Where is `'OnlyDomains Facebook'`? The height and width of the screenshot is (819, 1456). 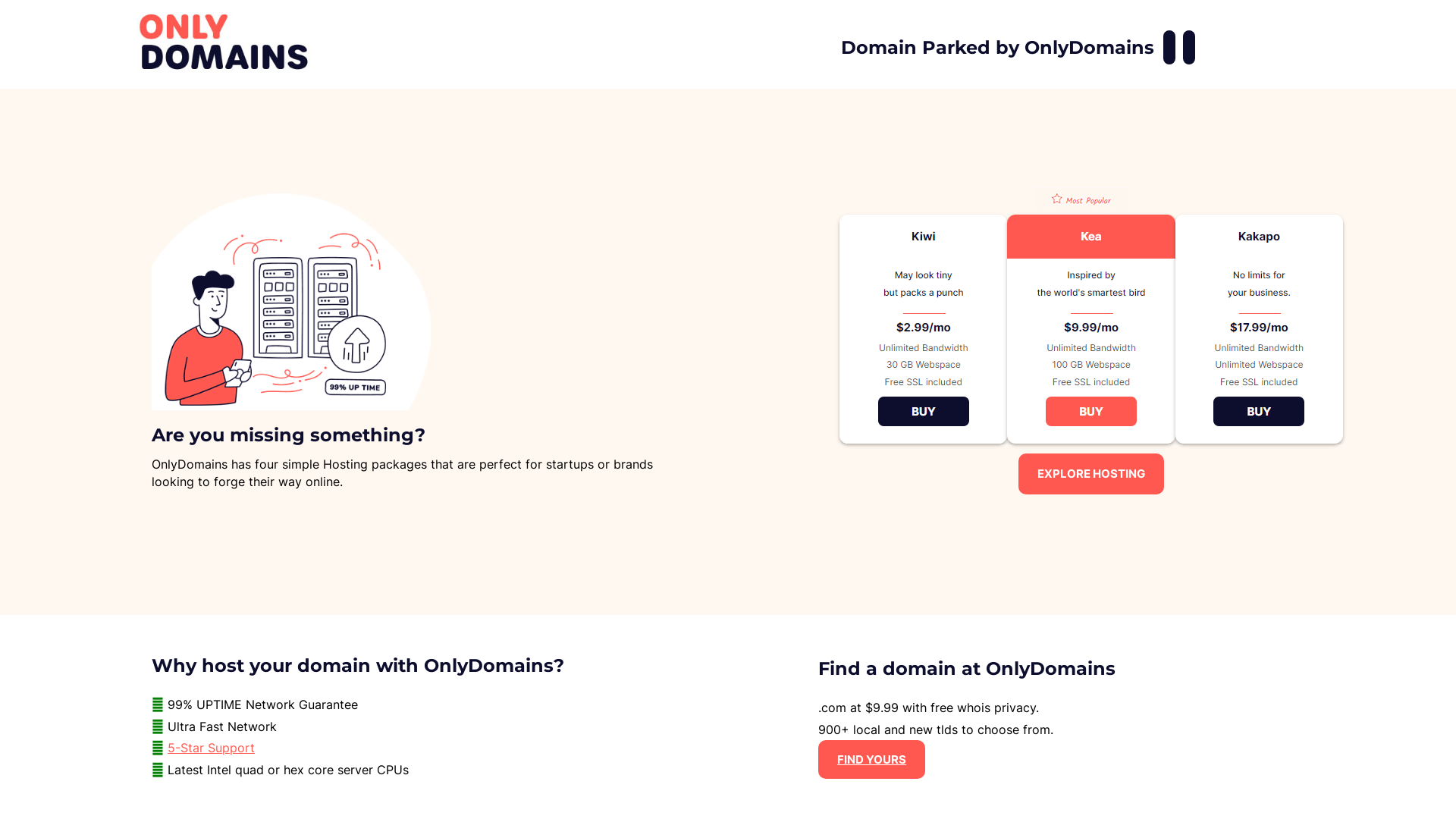
'OnlyDomains Facebook' is located at coordinates (1159, 46).